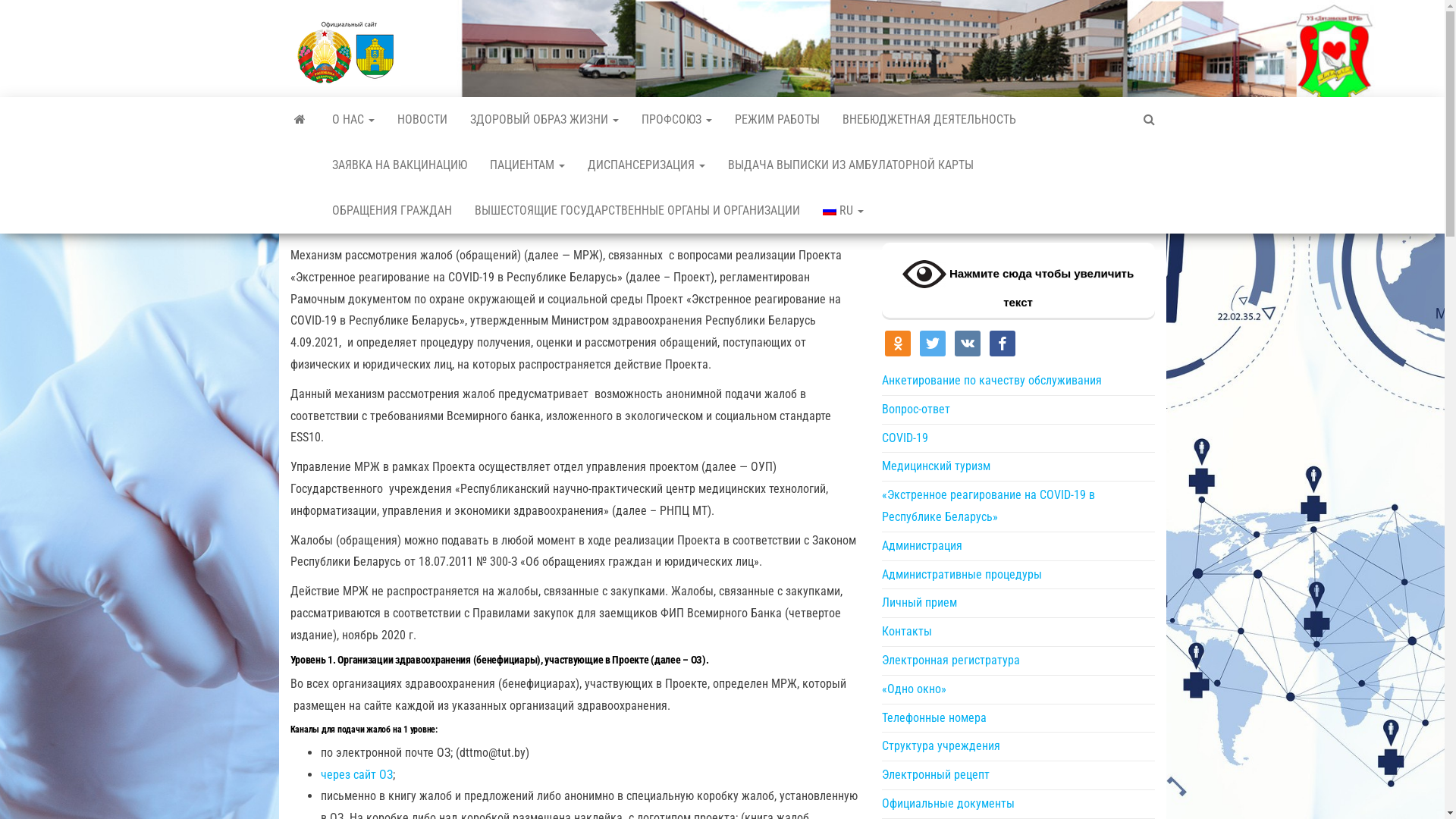  What do you see at coordinates (918, 342) in the screenshot?
I see `'twitter'` at bounding box center [918, 342].